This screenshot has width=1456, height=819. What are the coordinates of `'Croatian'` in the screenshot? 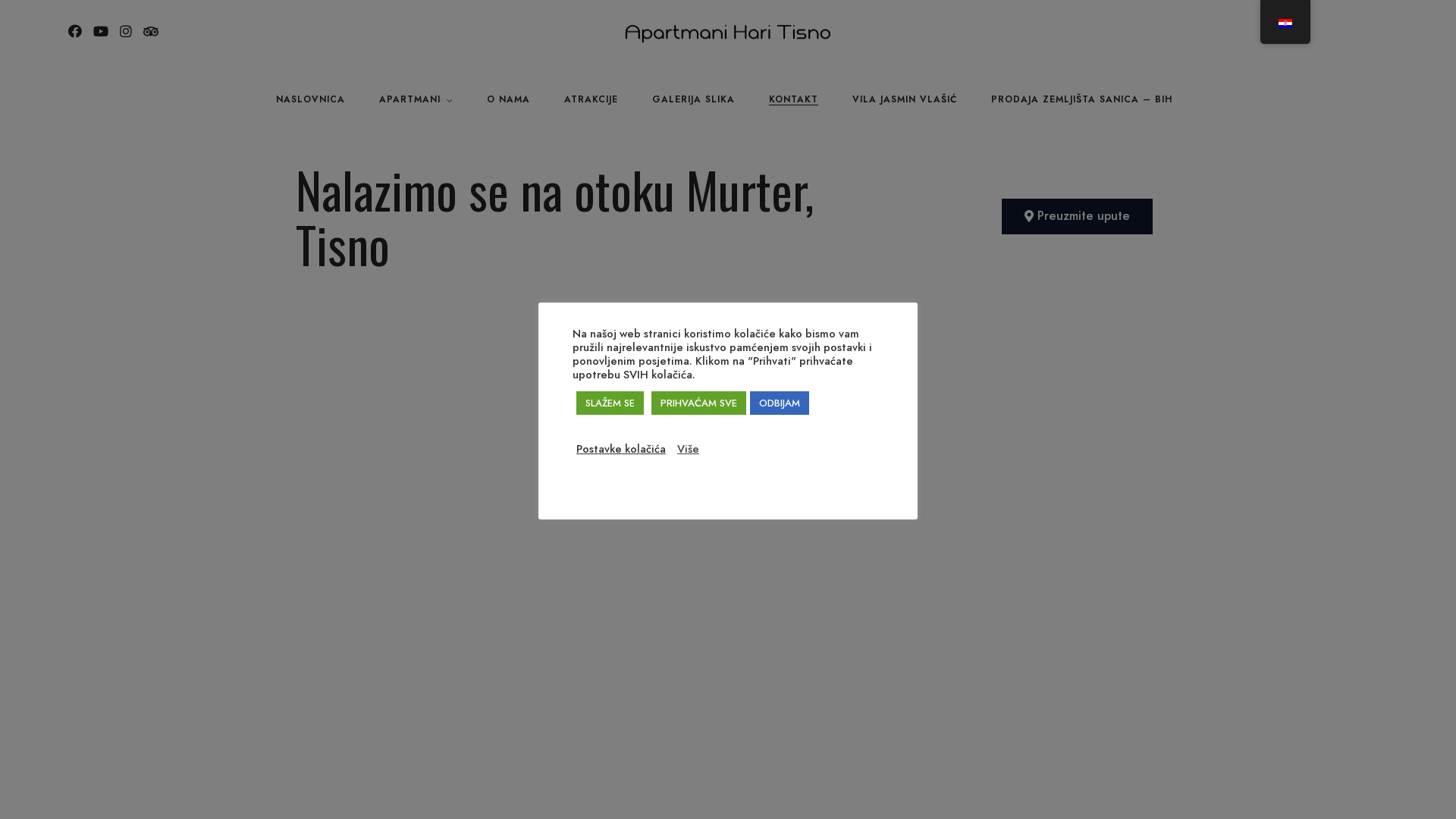 It's located at (1284, 23).